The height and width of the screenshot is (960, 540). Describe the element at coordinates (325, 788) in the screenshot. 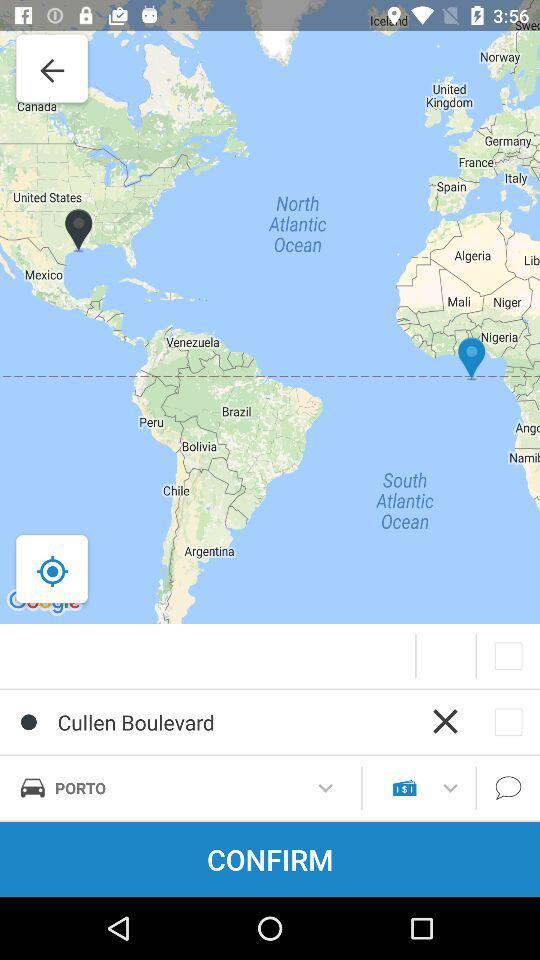

I see `the button which is next to the porto` at that location.